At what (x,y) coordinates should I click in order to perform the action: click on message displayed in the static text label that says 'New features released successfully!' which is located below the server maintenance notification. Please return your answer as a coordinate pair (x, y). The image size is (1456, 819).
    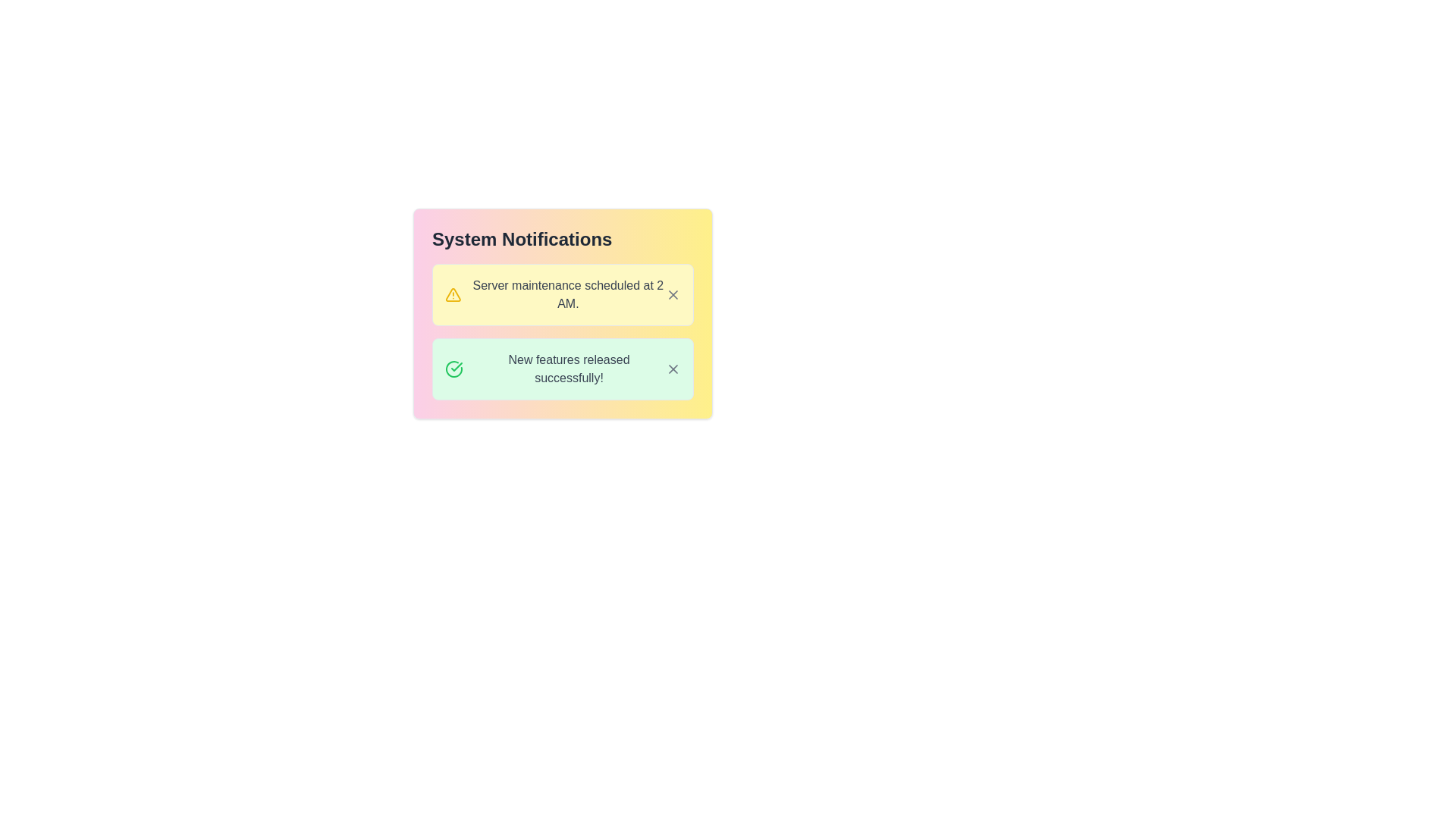
    Looking at the image, I should click on (568, 369).